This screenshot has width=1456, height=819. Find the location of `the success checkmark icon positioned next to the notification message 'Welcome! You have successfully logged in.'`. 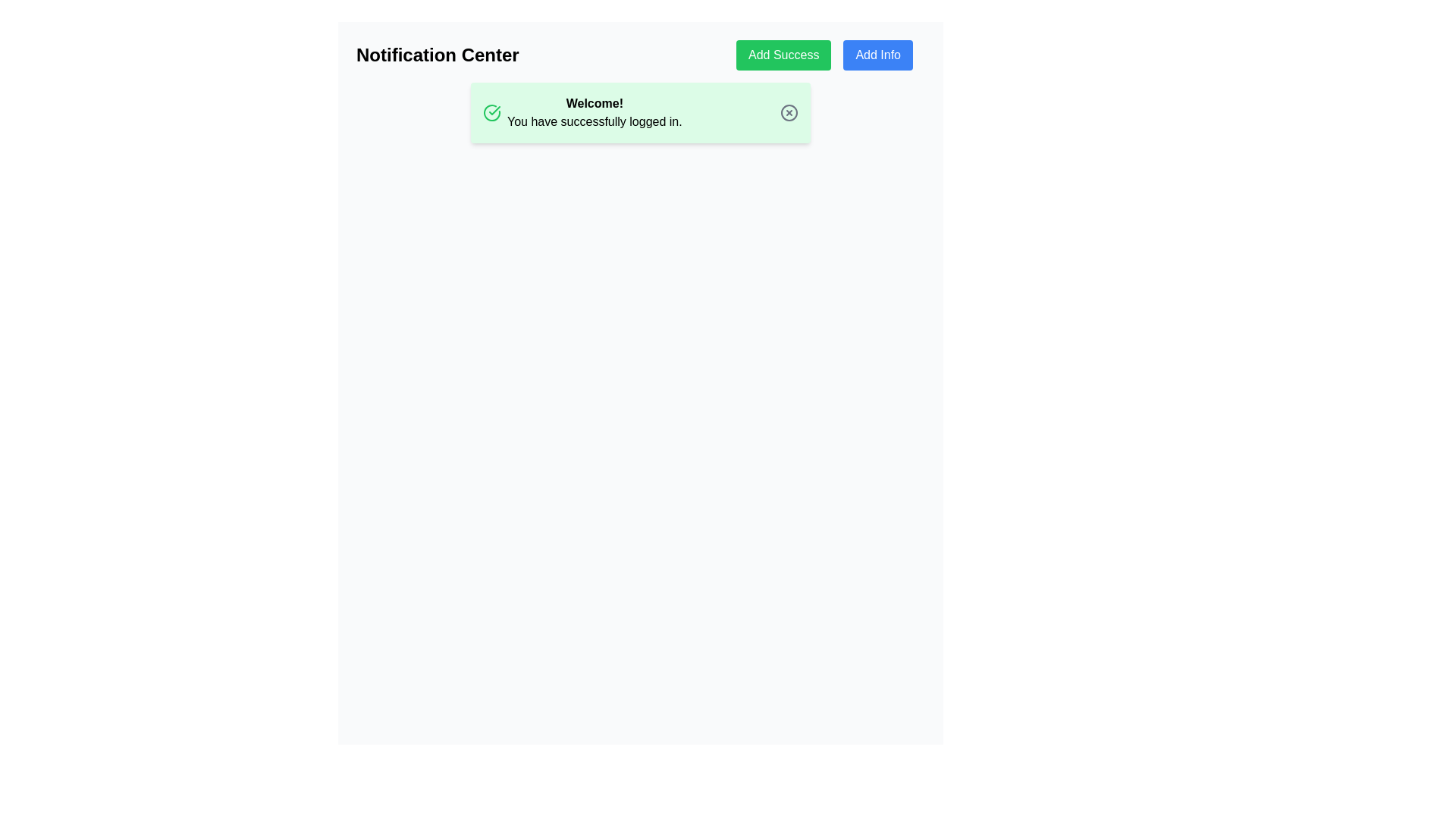

the success checkmark icon positioned next to the notification message 'Welcome! You have successfully logged in.' is located at coordinates (494, 110).